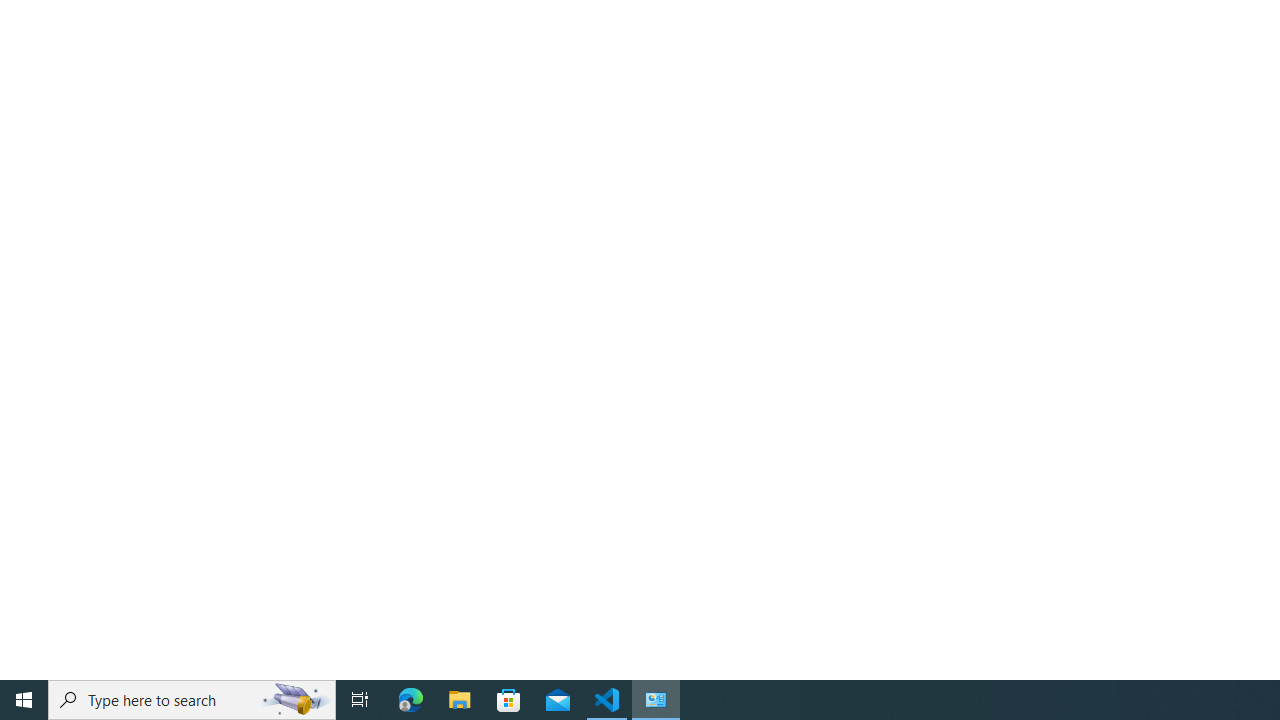 Image resolution: width=1280 pixels, height=720 pixels. I want to click on 'Microsoft Edge', so click(410, 698).